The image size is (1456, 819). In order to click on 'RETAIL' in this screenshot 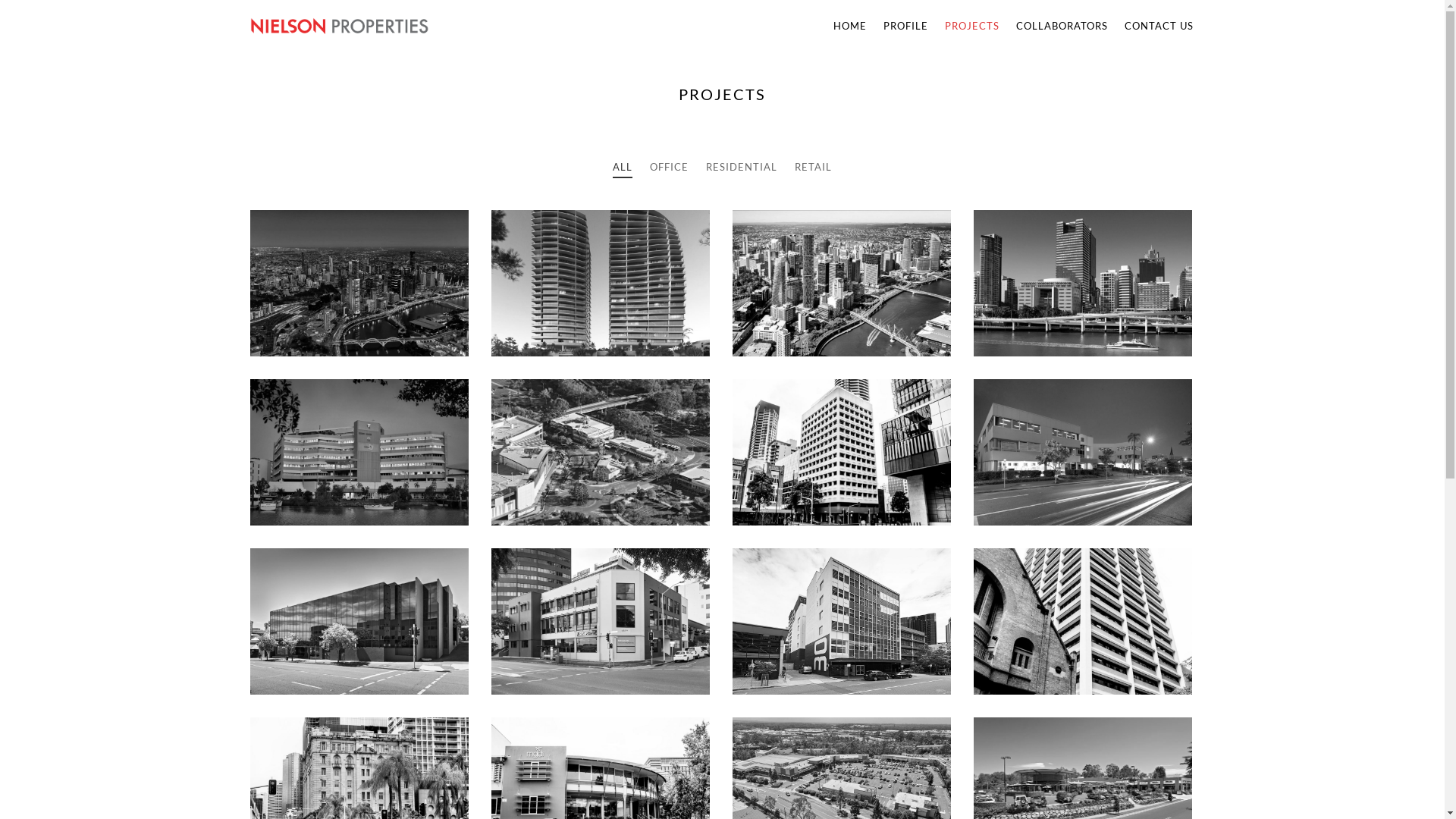, I will do `click(812, 166)`.